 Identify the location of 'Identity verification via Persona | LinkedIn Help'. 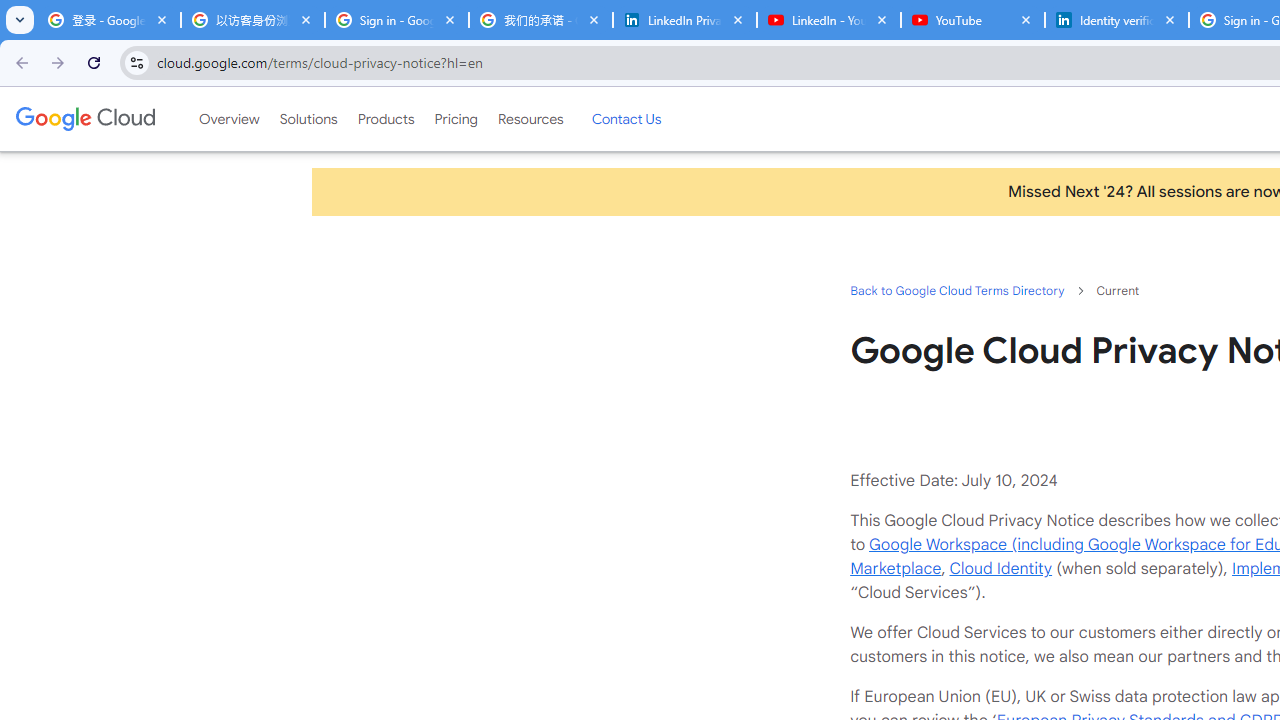
(1115, 20).